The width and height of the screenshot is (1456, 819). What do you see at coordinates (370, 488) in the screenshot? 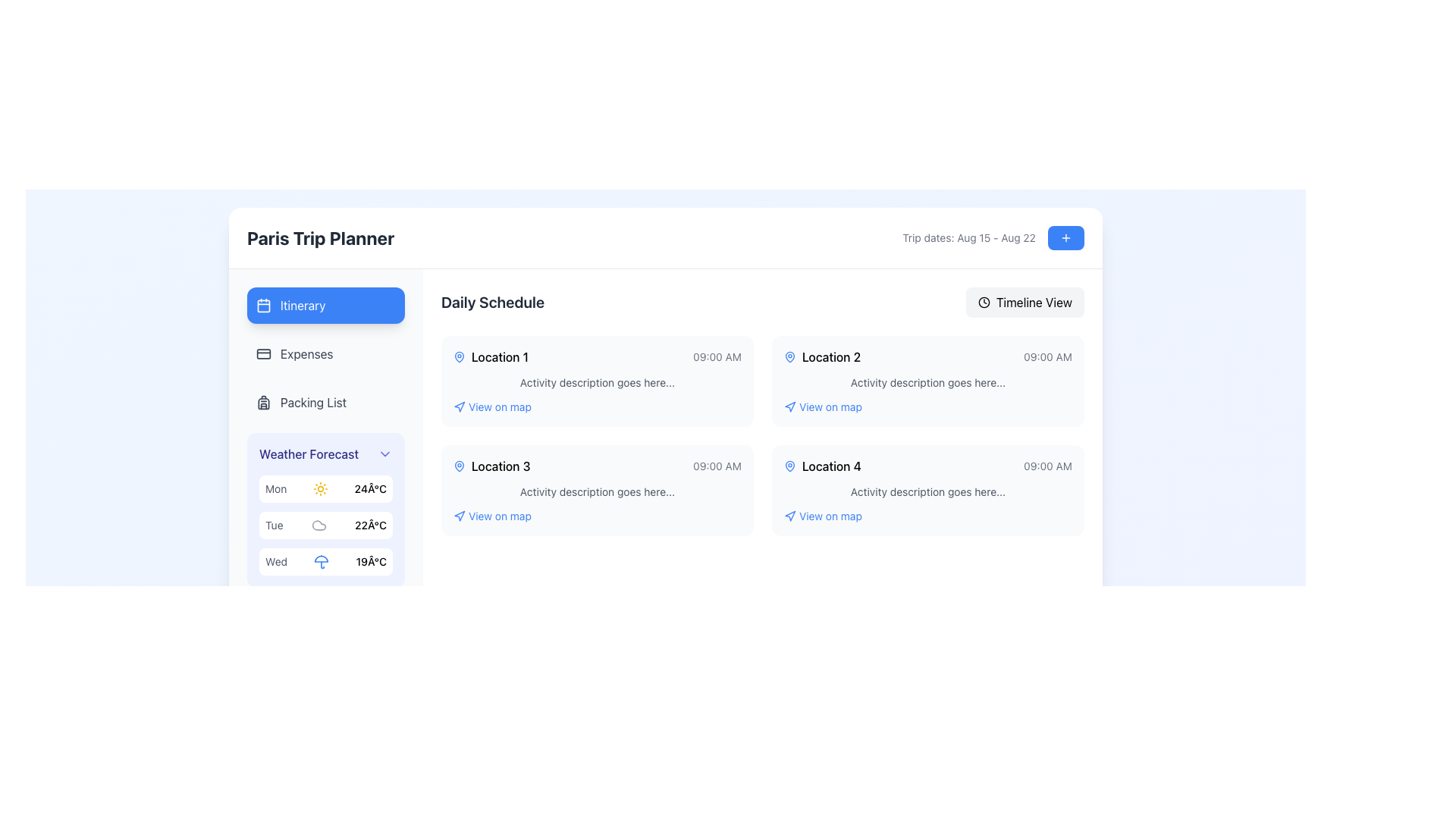
I see `the temperature forecast Text label for Monday located in the weather forecast section, positioned to the right of the sun icon for clear weather` at bounding box center [370, 488].